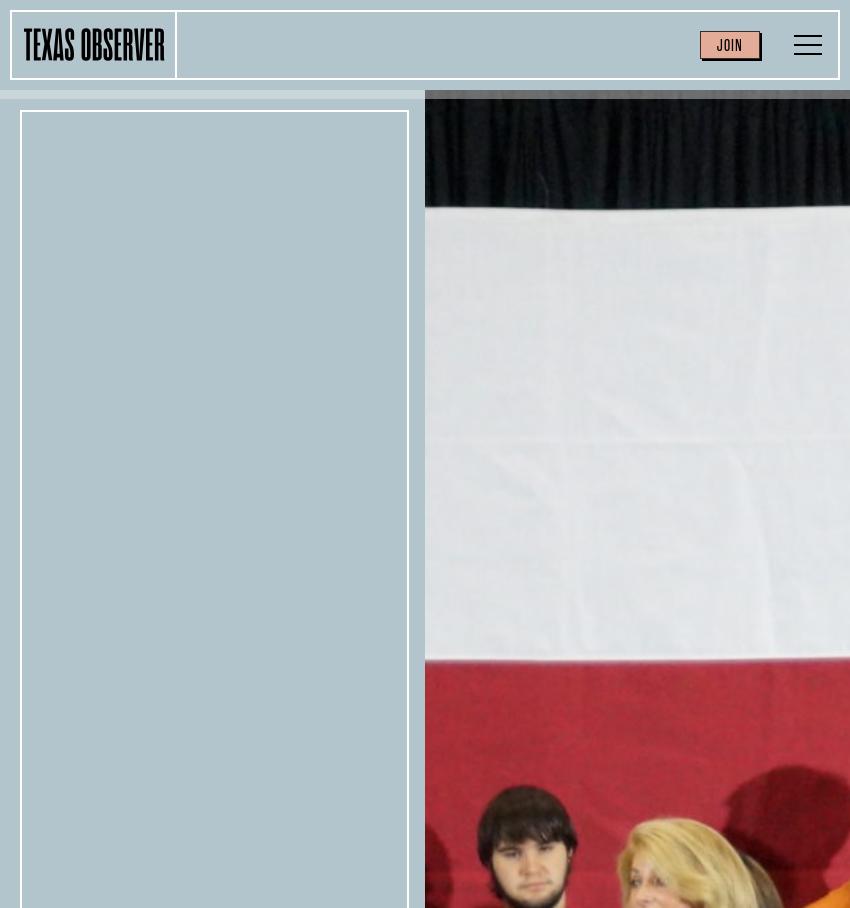  I want to click on 'Archives', so click(82, 732).